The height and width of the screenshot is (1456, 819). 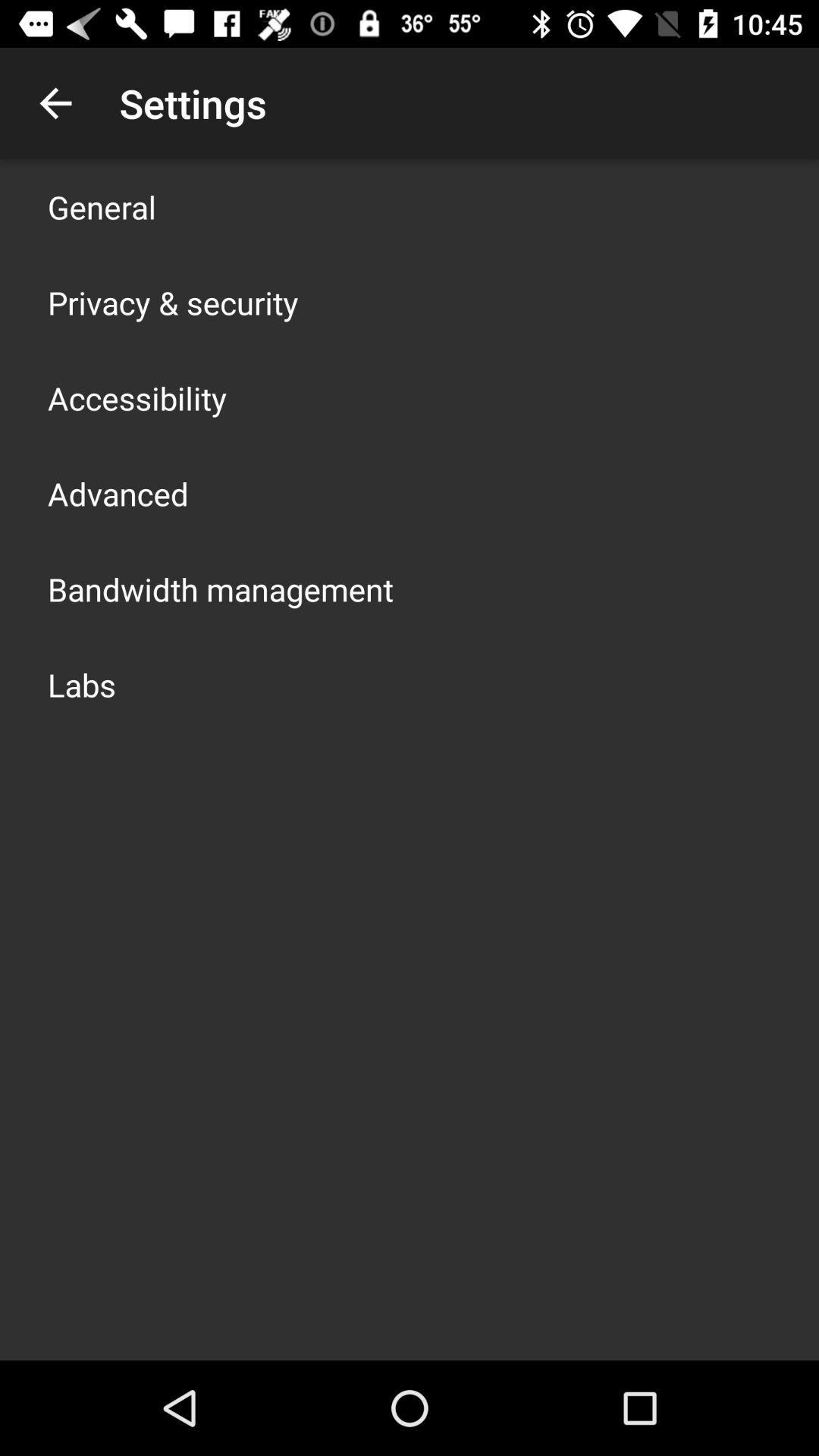 I want to click on bandwidth management icon, so click(x=220, y=588).